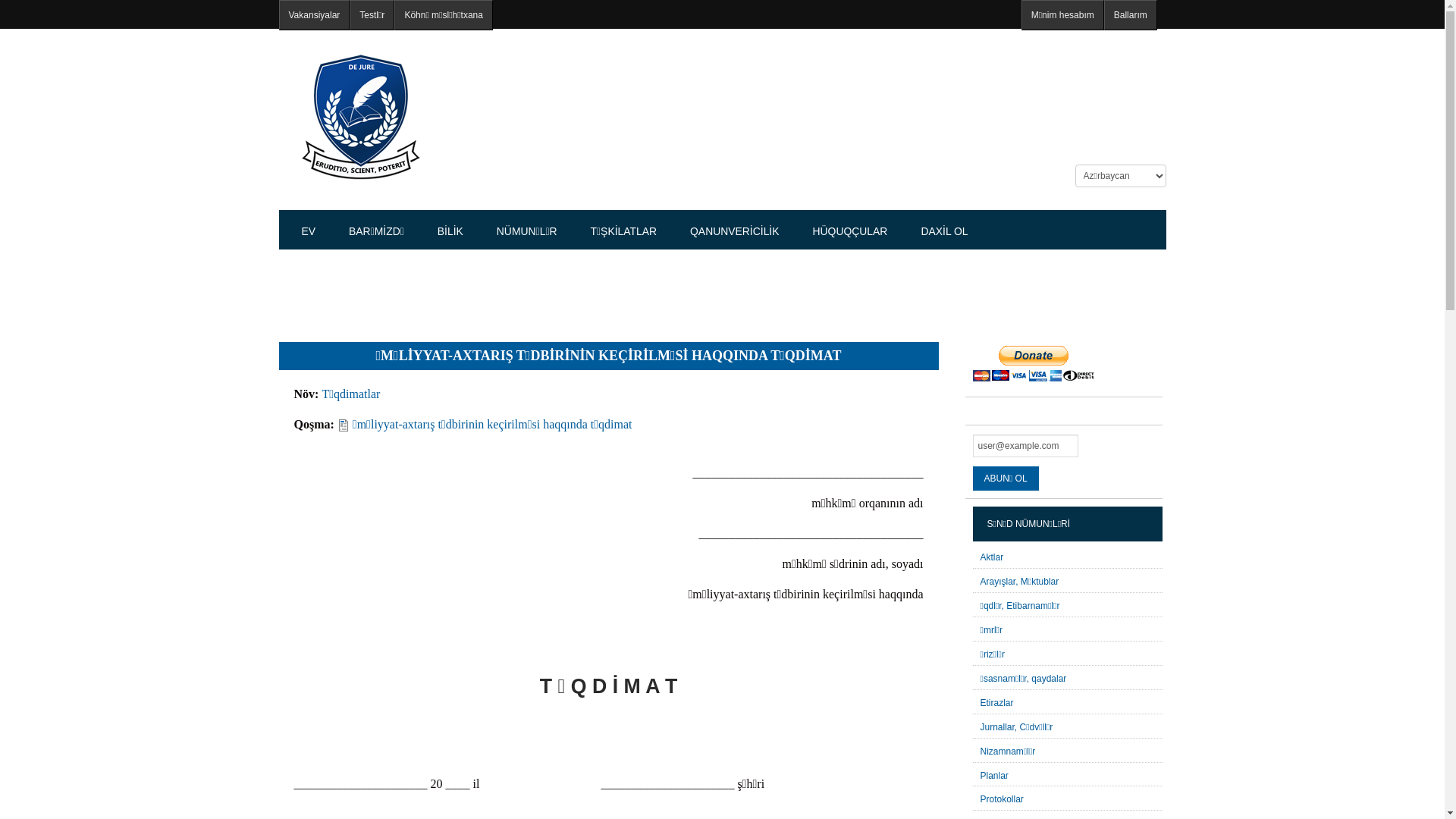  What do you see at coordinates (734, 231) in the screenshot?
I see `'QANUNVERICILIK'` at bounding box center [734, 231].